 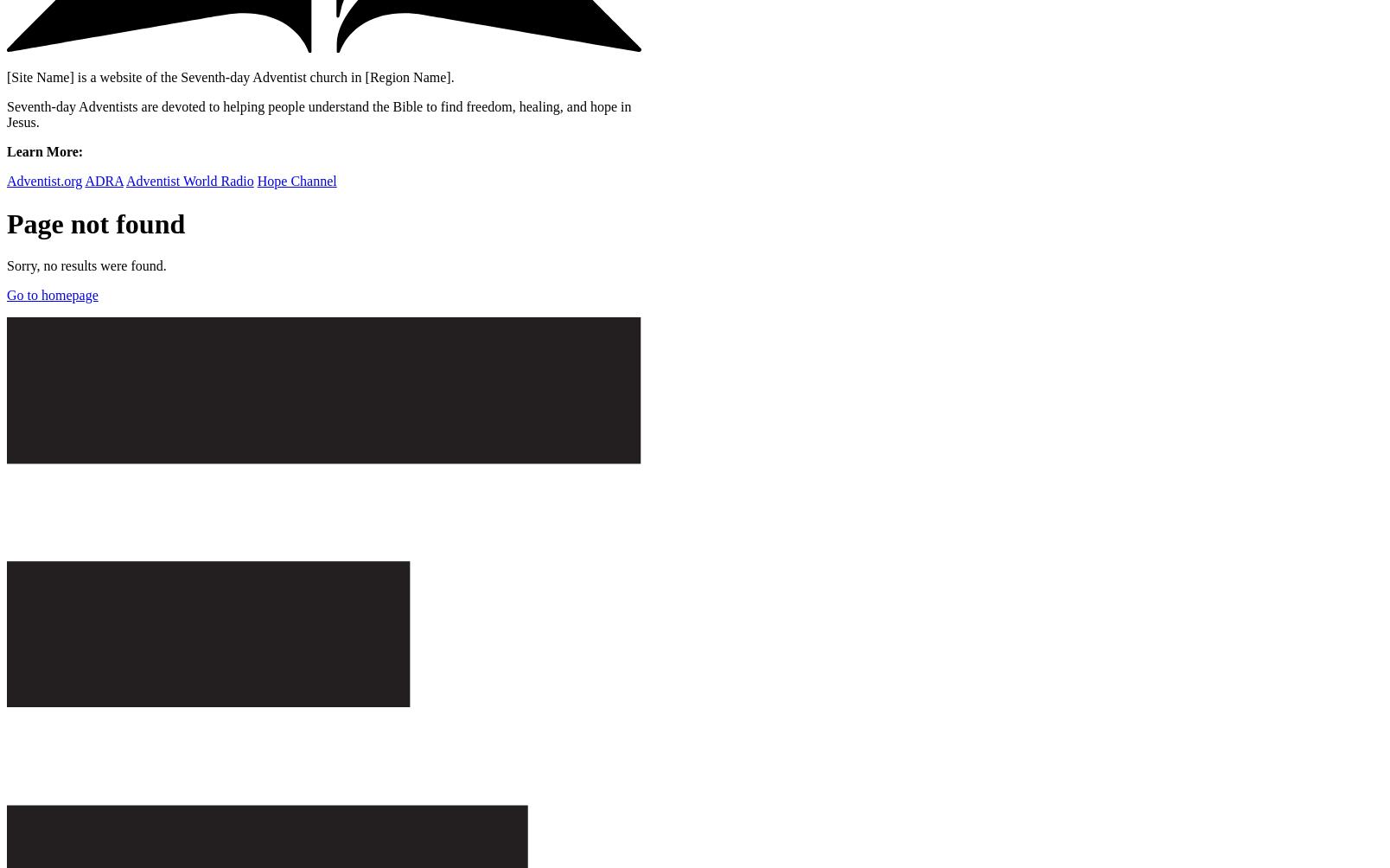 I want to click on 'Adventist.org', so click(x=43, y=180).